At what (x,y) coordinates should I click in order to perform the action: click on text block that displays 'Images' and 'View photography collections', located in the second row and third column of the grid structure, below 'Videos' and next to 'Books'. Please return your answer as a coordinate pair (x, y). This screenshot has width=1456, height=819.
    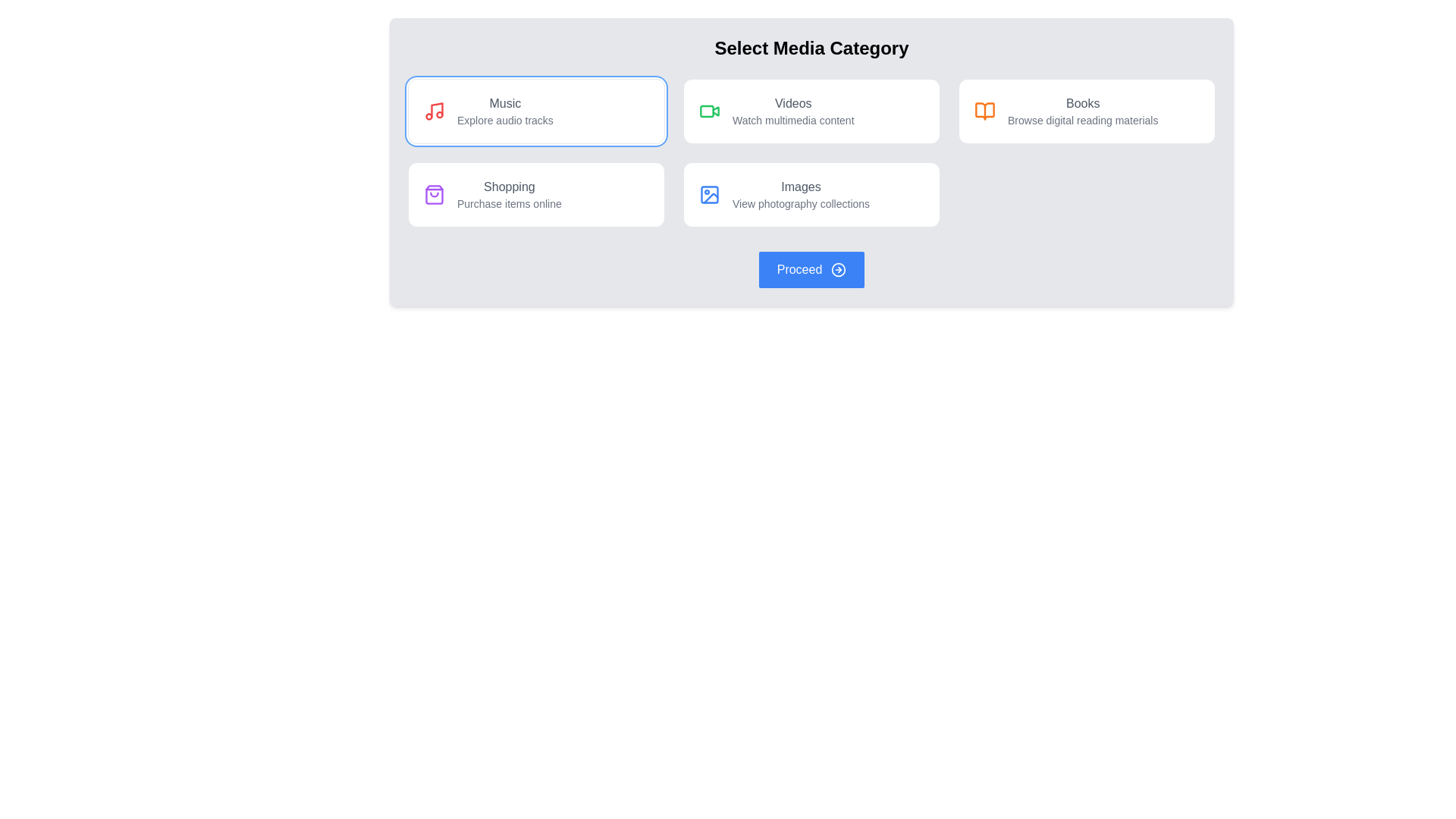
    Looking at the image, I should click on (800, 194).